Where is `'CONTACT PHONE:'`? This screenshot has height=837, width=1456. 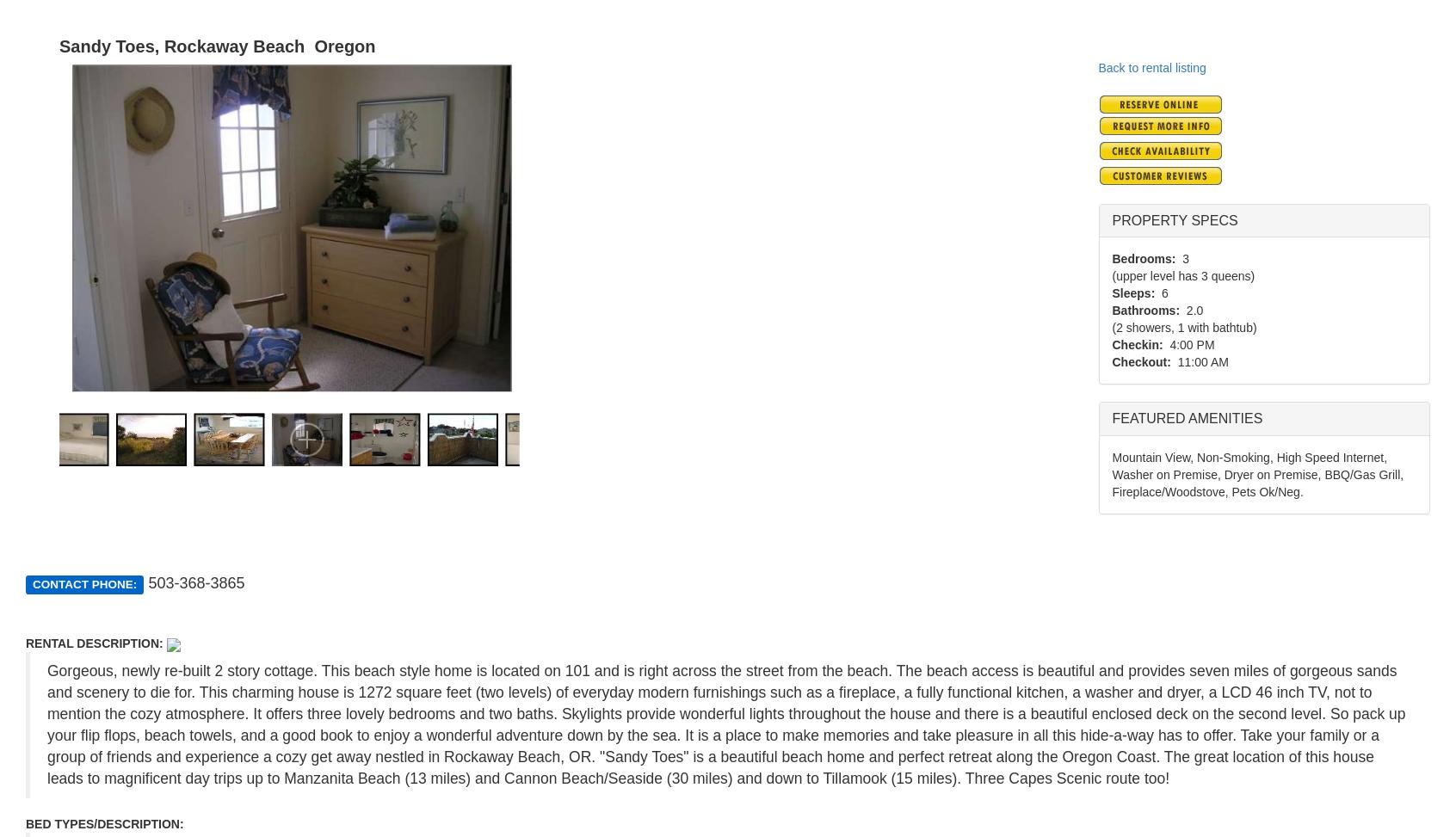
'CONTACT PHONE:' is located at coordinates (84, 582).